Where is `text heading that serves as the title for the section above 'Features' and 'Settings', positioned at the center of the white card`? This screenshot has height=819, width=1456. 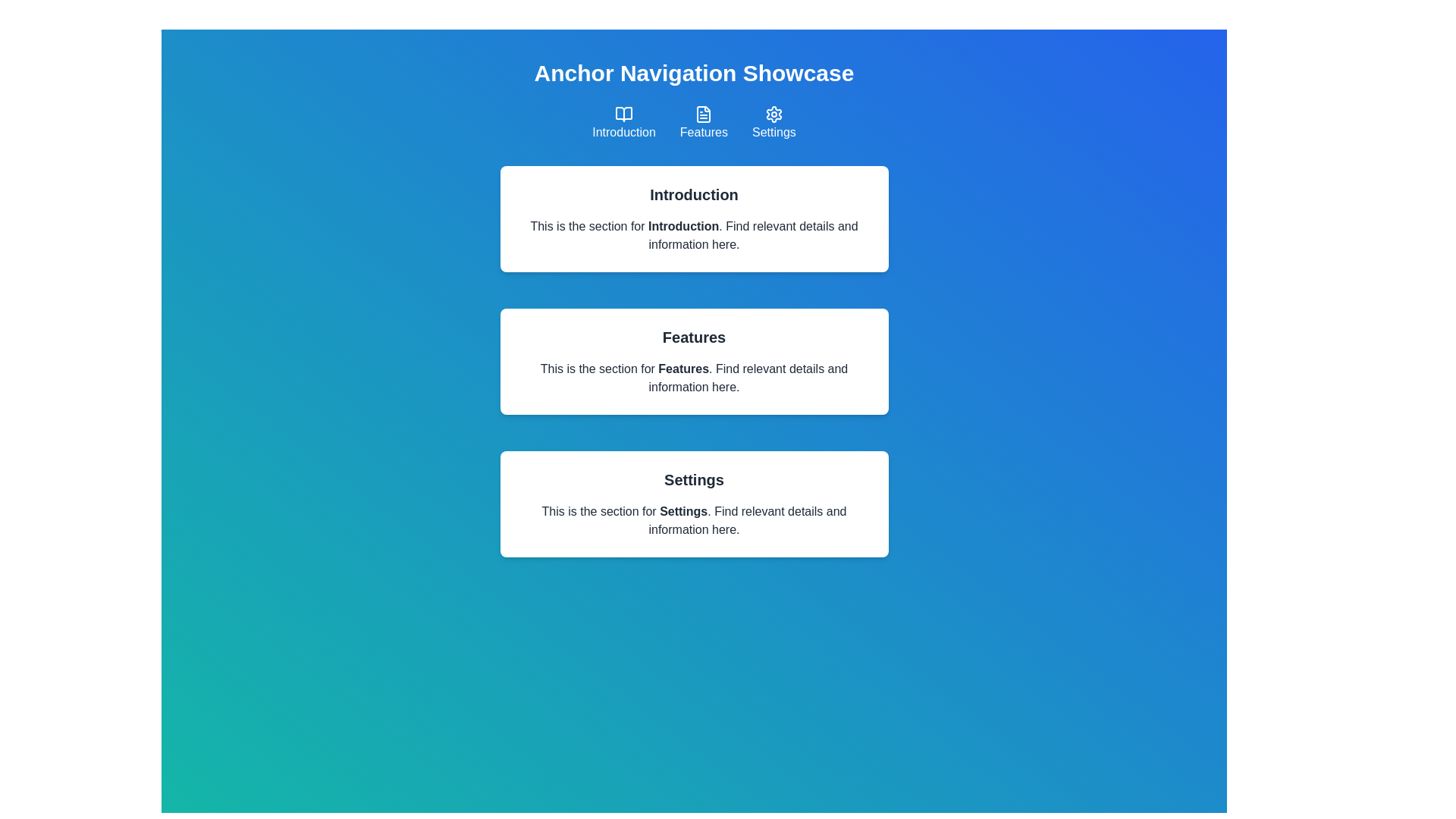 text heading that serves as the title for the section above 'Features' and 'Settings', positioned at the center of the white card is located at coordinates (682, 226).